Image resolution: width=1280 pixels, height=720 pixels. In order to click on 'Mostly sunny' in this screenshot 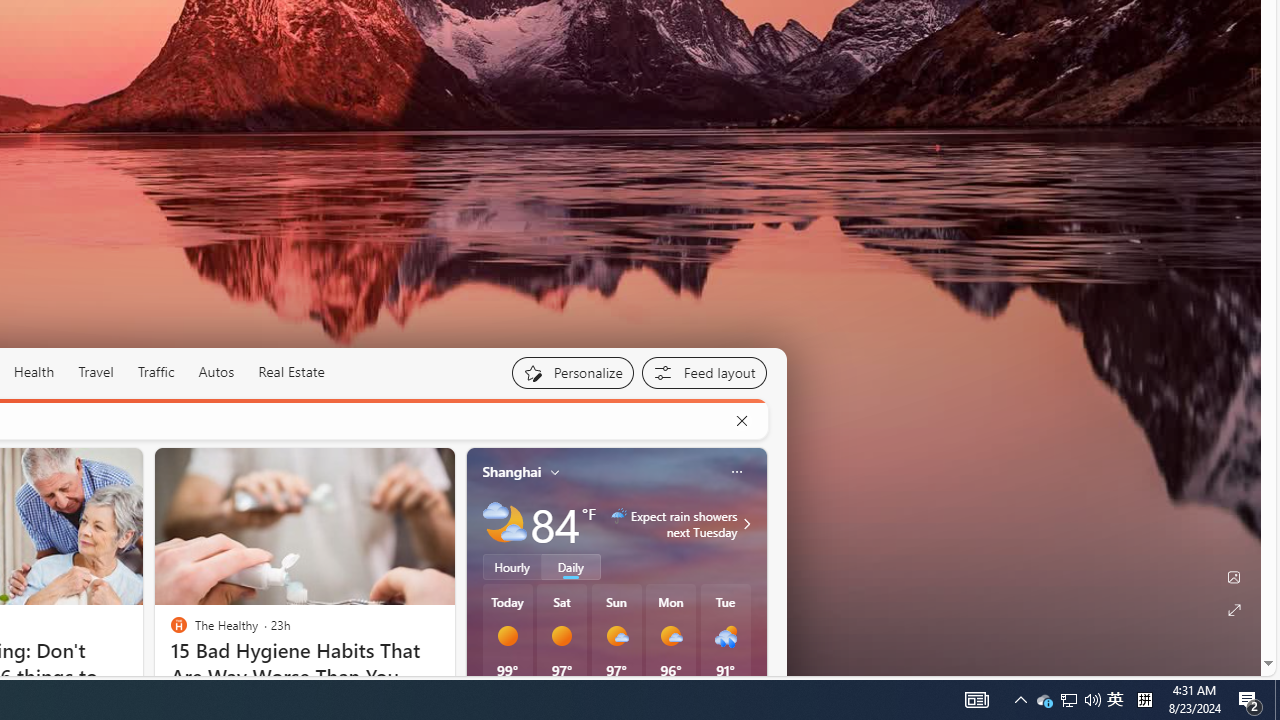, I will do `click(670, 636)`.